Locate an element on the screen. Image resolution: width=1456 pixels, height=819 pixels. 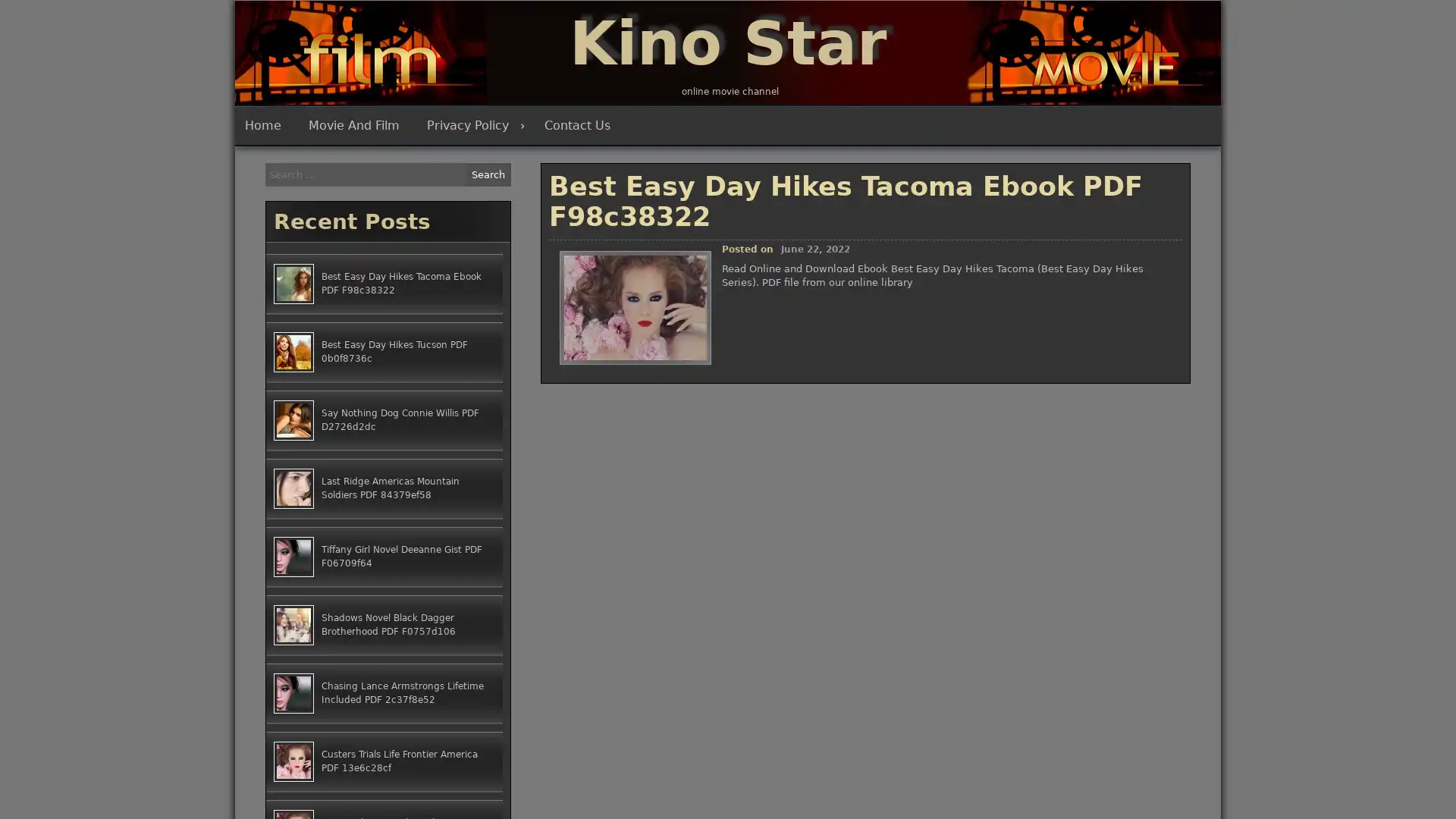
Search is located at coordinates (488, 174).